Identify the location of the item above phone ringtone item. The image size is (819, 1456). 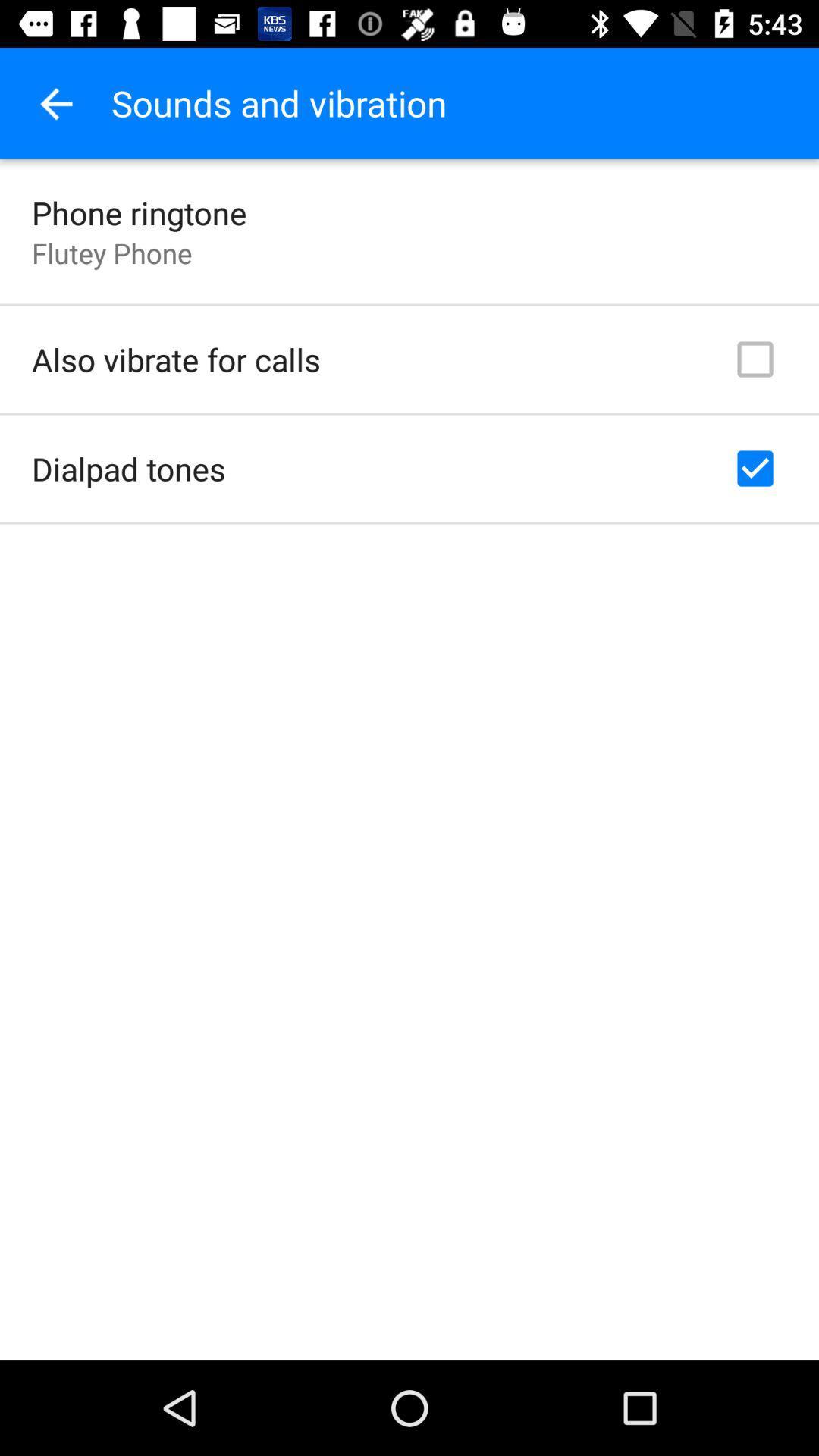
(55, 102).